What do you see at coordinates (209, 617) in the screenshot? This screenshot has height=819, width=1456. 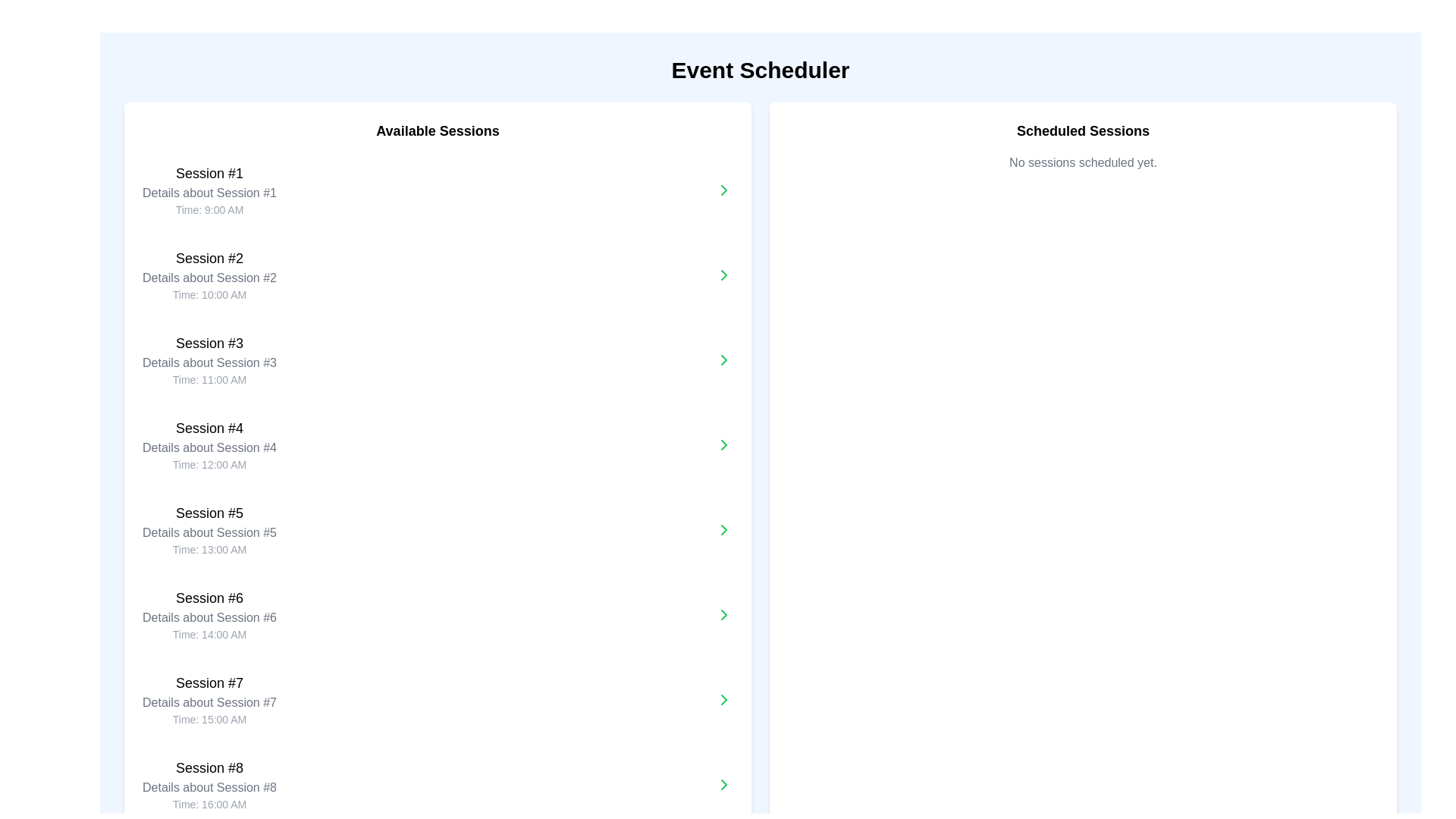 I see `the gray text label that reads 'Details about Session #6', located directly beneath the main title 'Session #6' in the 'Available Sessions' section` at bounding box center [209, 617].